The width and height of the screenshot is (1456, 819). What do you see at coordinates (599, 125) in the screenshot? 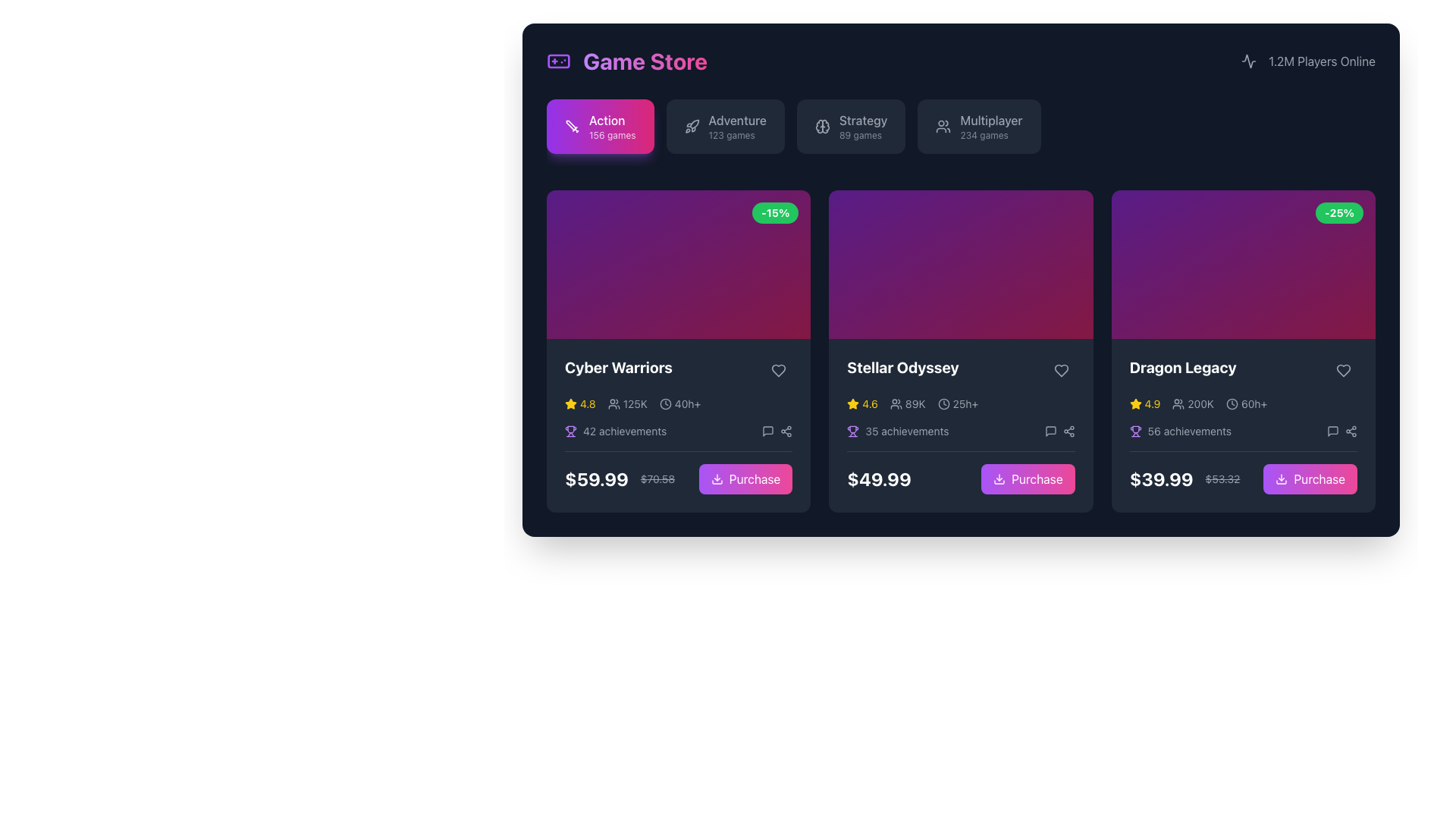
I see `the 'Action' category button located at the top-left corner of the game store interface` at bounding box center [599, 125].